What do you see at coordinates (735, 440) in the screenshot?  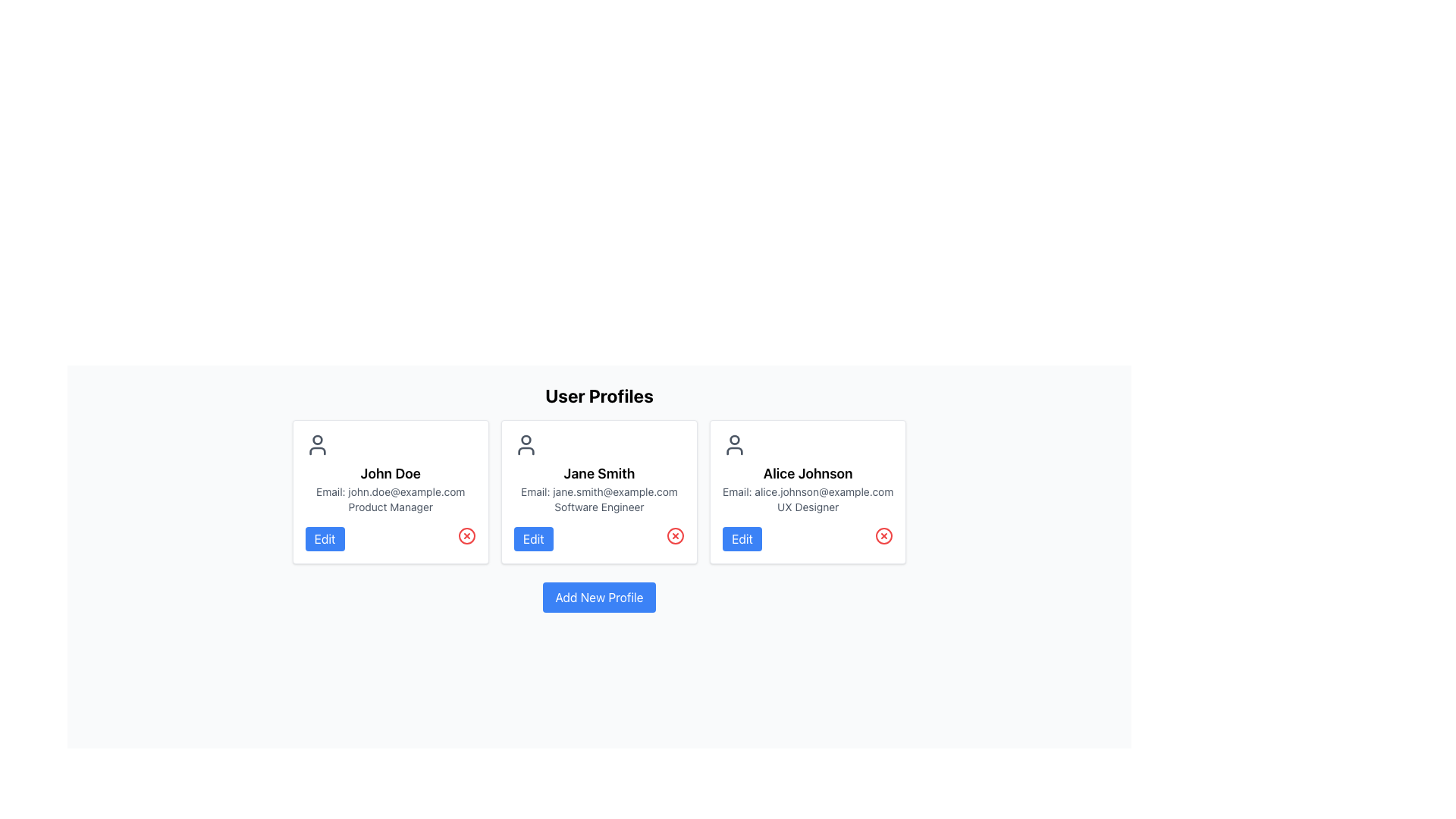 I see `the graphical circle element representing the head of the user icon for 'Alice Johnson'` at bounding box center [735, 440].